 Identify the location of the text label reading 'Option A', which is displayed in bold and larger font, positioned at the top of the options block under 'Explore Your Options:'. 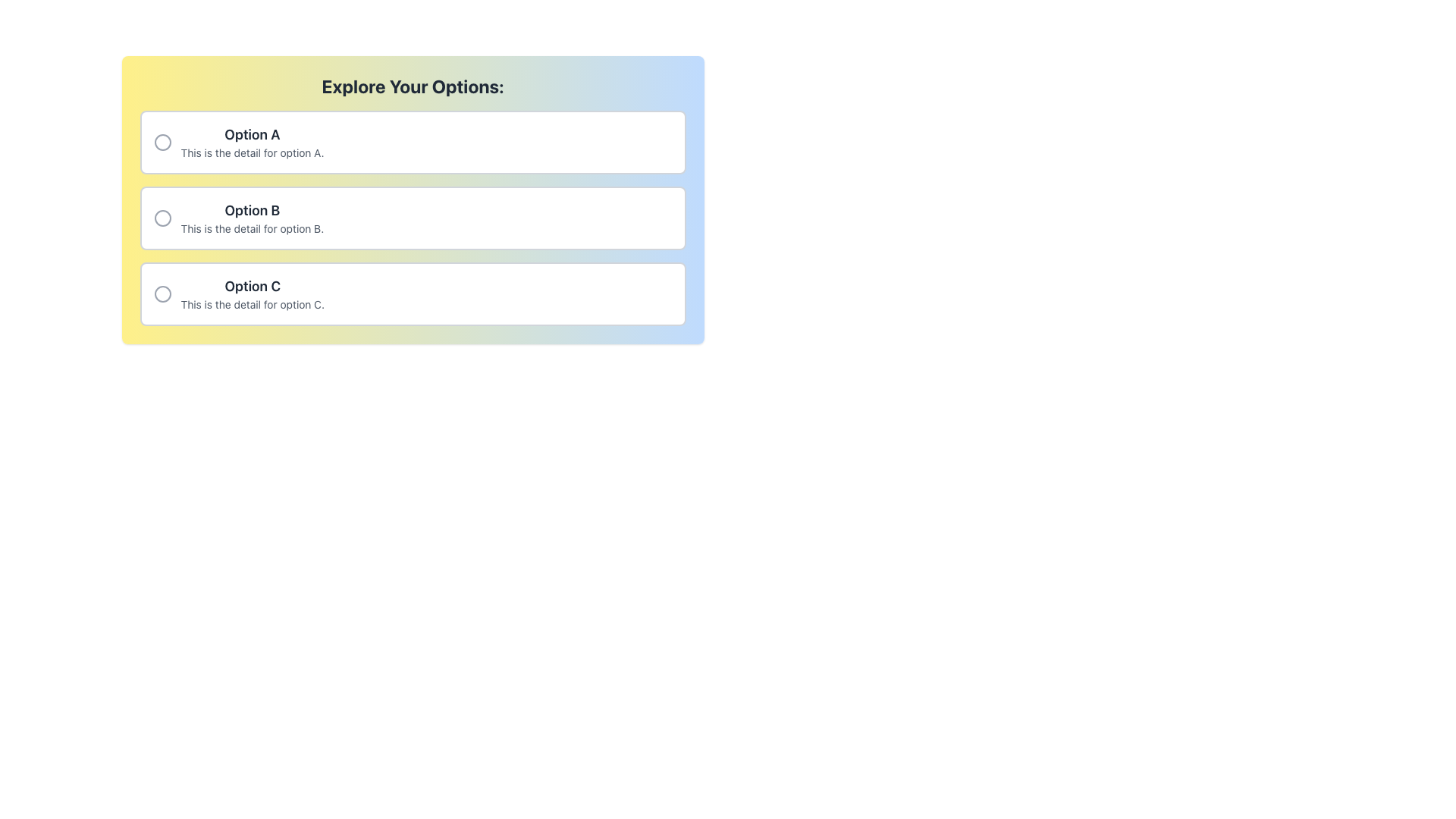
(252, 133).